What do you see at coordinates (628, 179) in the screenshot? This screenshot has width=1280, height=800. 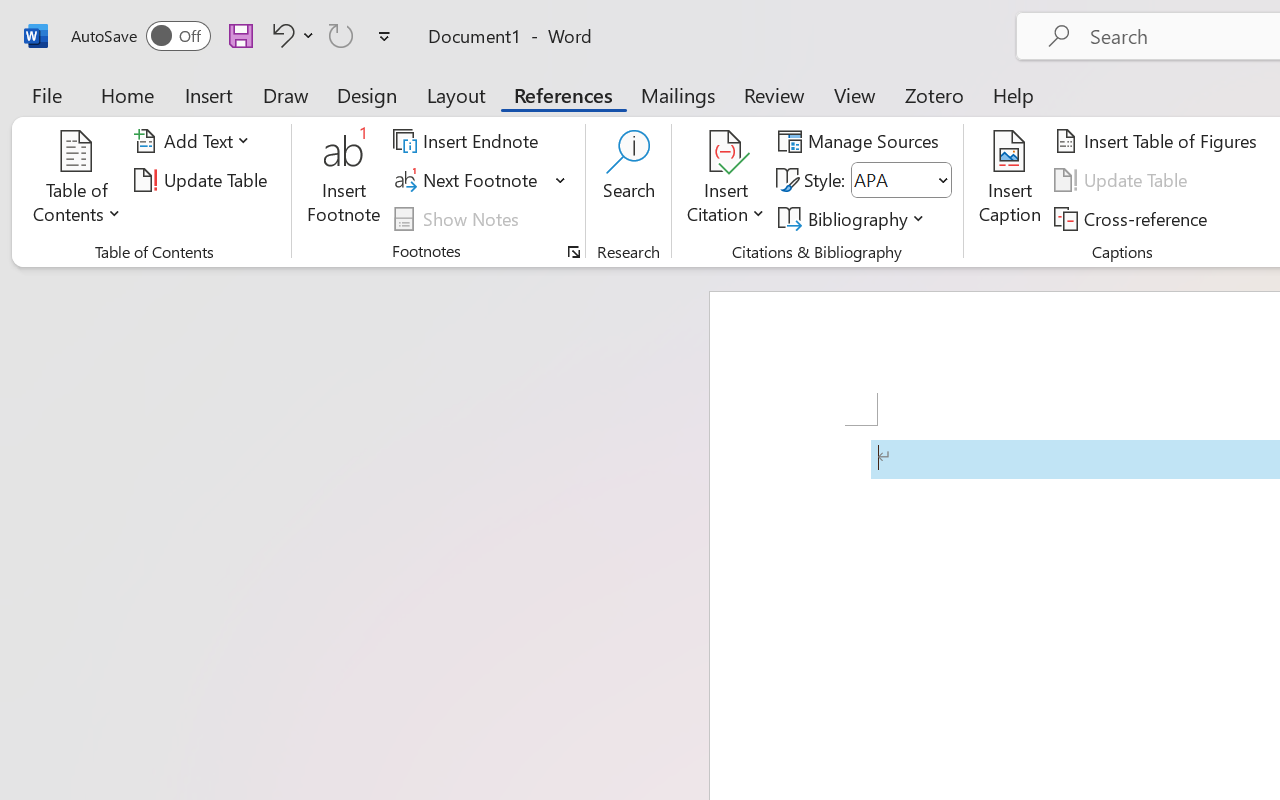 I see `'Search'` at bounding box center [628, 179].